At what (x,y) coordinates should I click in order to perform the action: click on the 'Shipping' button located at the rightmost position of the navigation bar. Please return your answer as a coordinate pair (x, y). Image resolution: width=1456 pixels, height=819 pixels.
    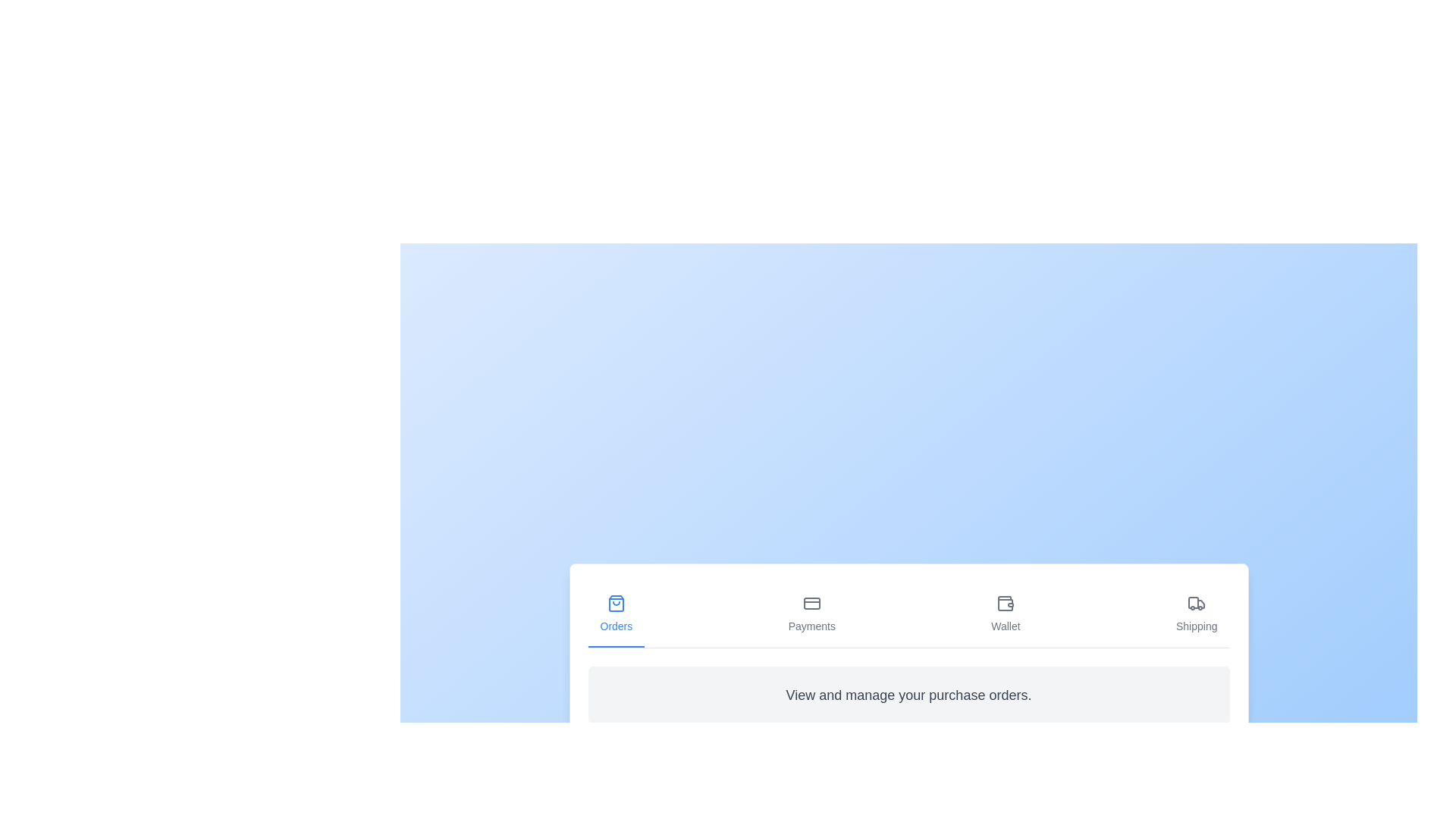
    Looking at the image, I should click on (1196, 614).